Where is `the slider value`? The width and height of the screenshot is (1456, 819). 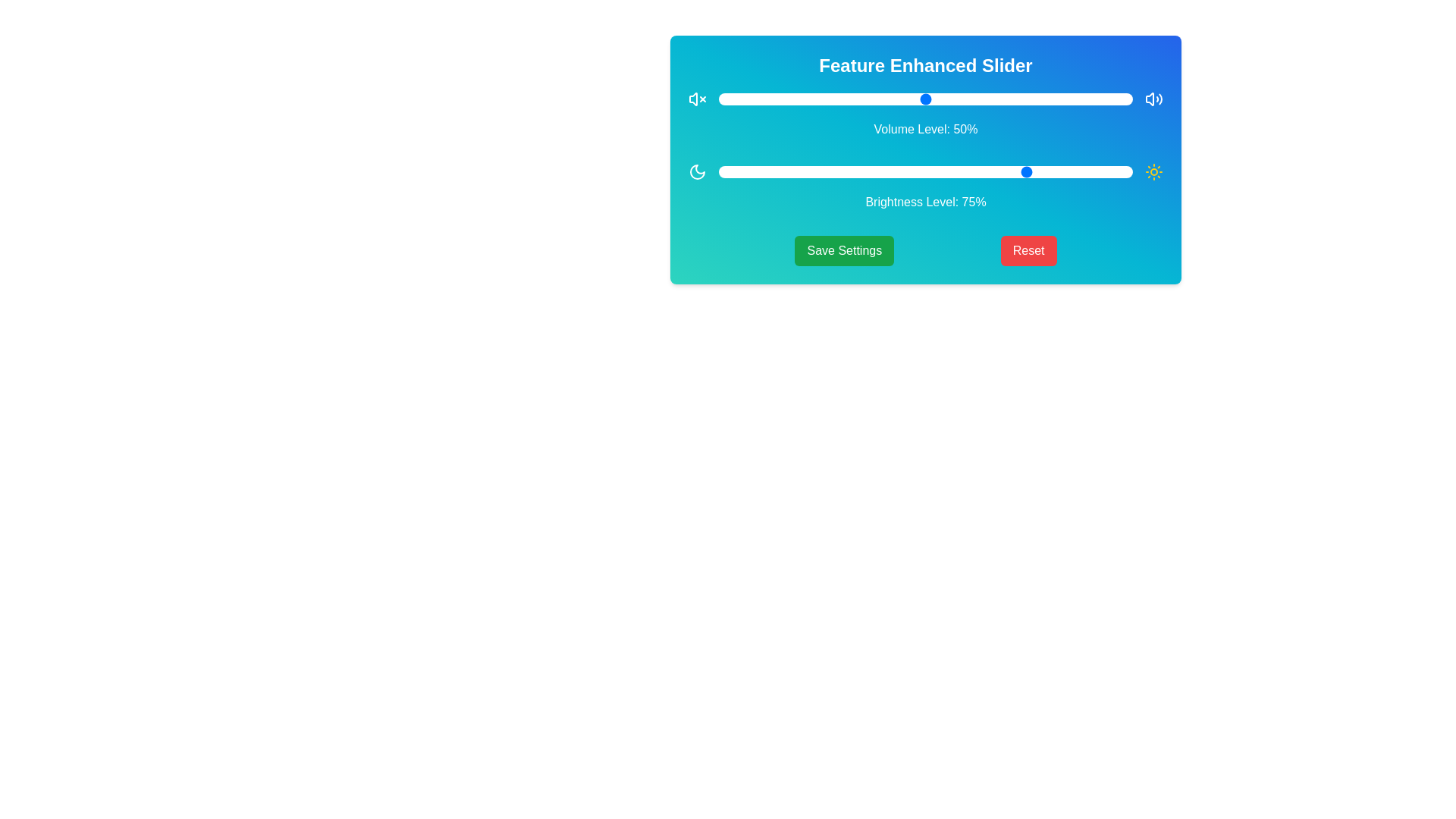 the slider value is located at coordinates (1074, 99).